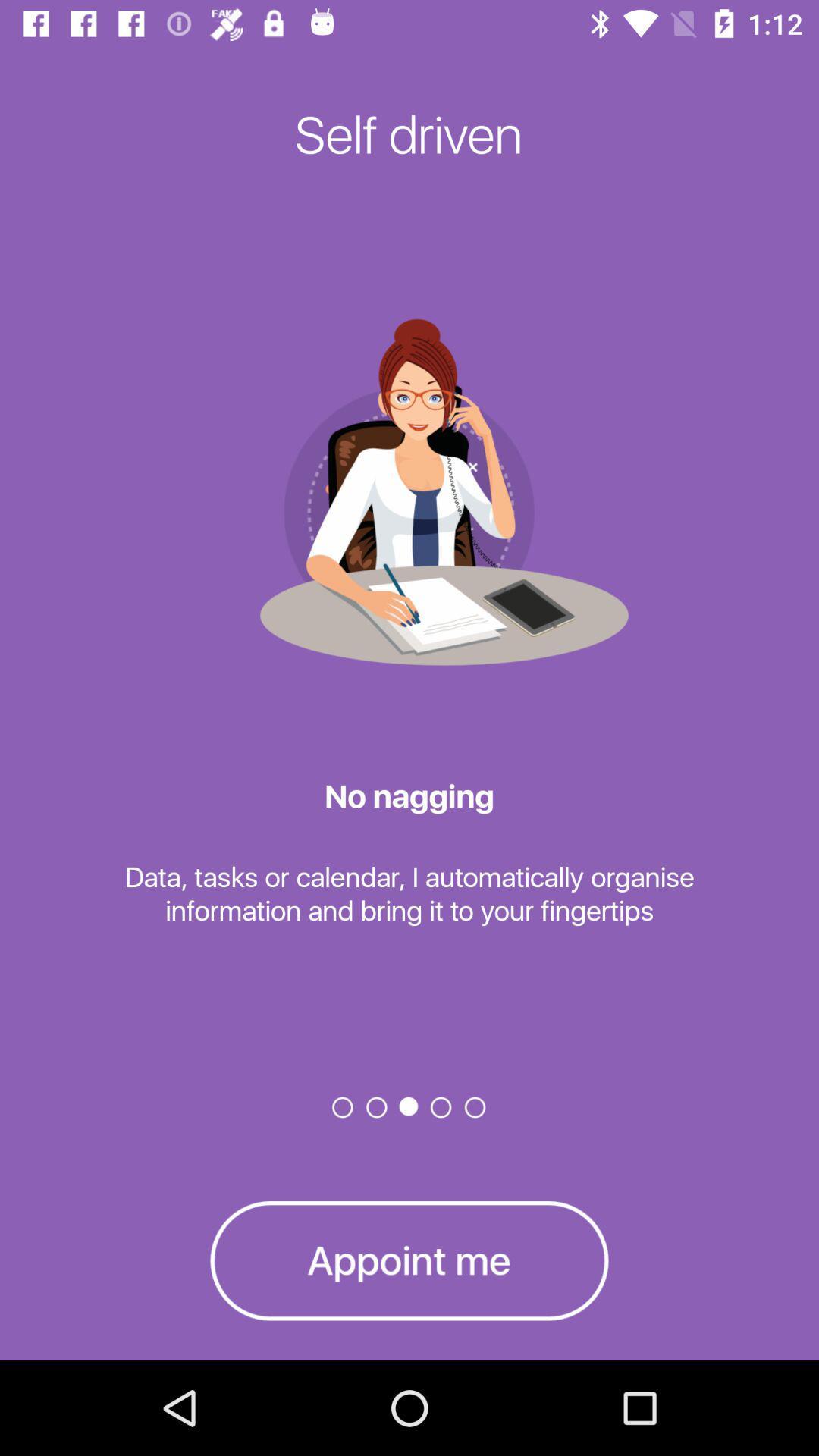  I want to click on the third ball which is above the appoint me button, so click(409, 1106).